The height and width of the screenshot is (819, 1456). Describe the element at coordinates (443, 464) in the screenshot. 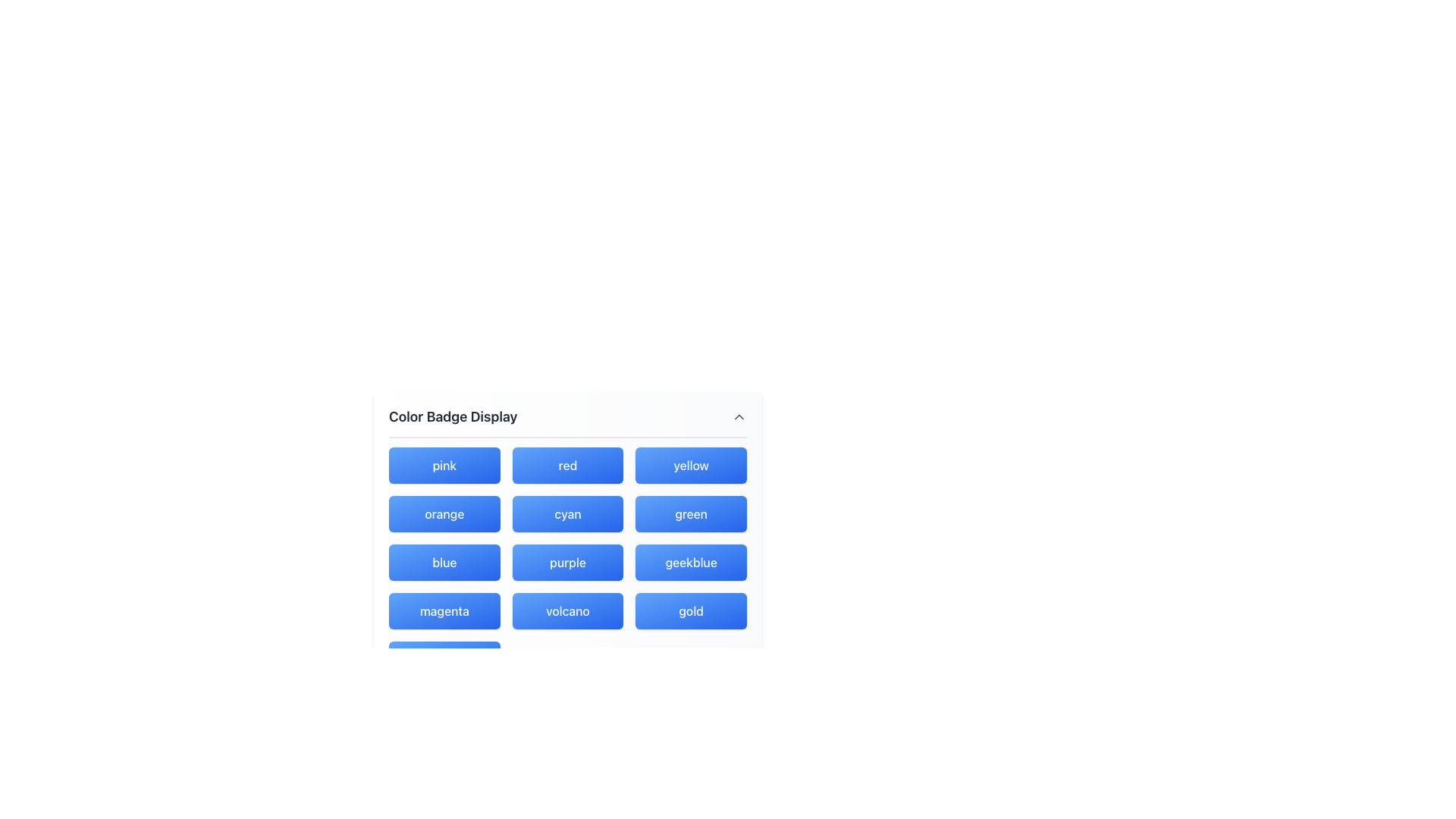

I see `the pink color button located in the first column of the first row of the grid layout` at that location.